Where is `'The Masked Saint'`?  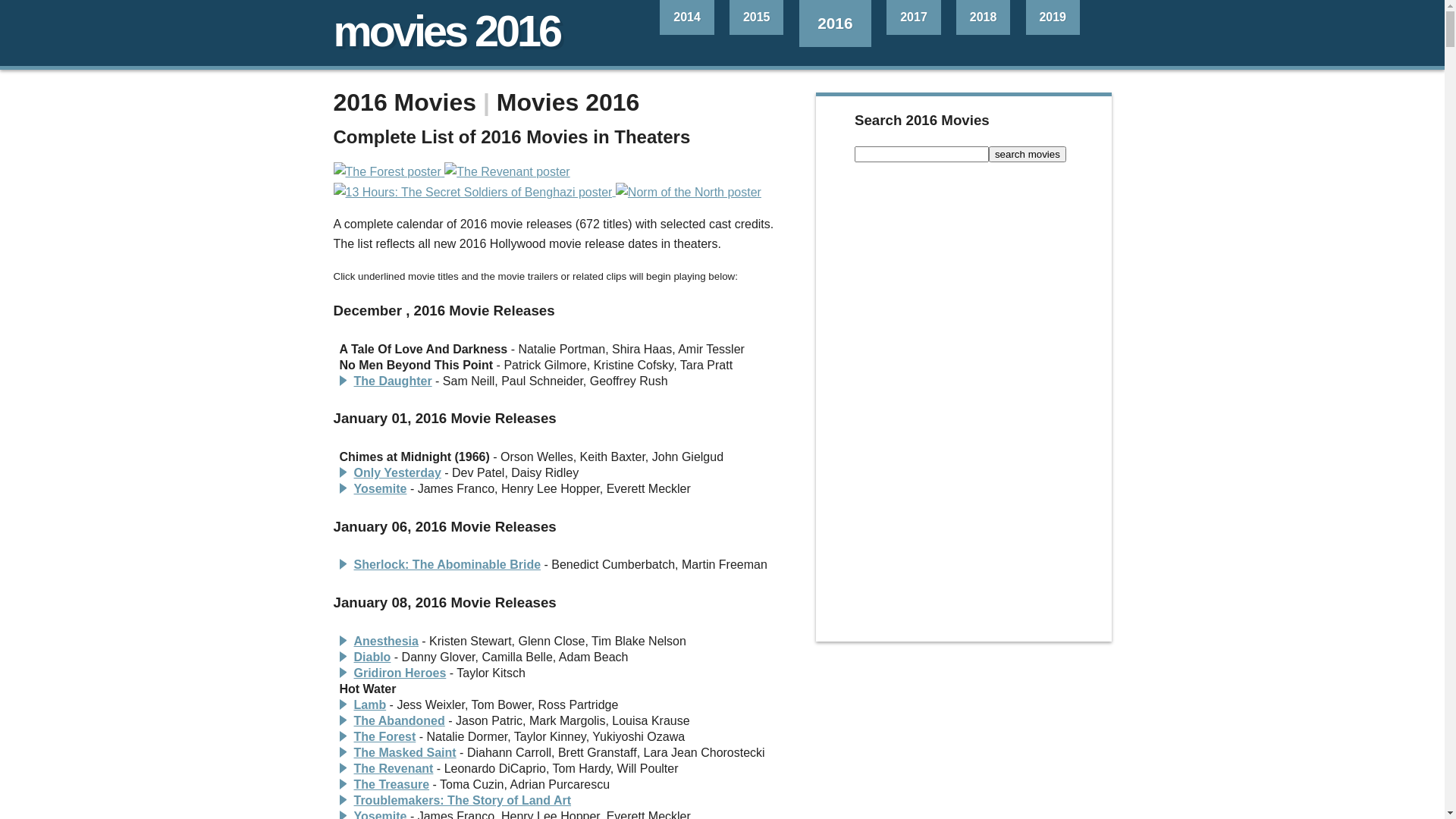
'The Masked Saint' is located at coordinates (404, 752).